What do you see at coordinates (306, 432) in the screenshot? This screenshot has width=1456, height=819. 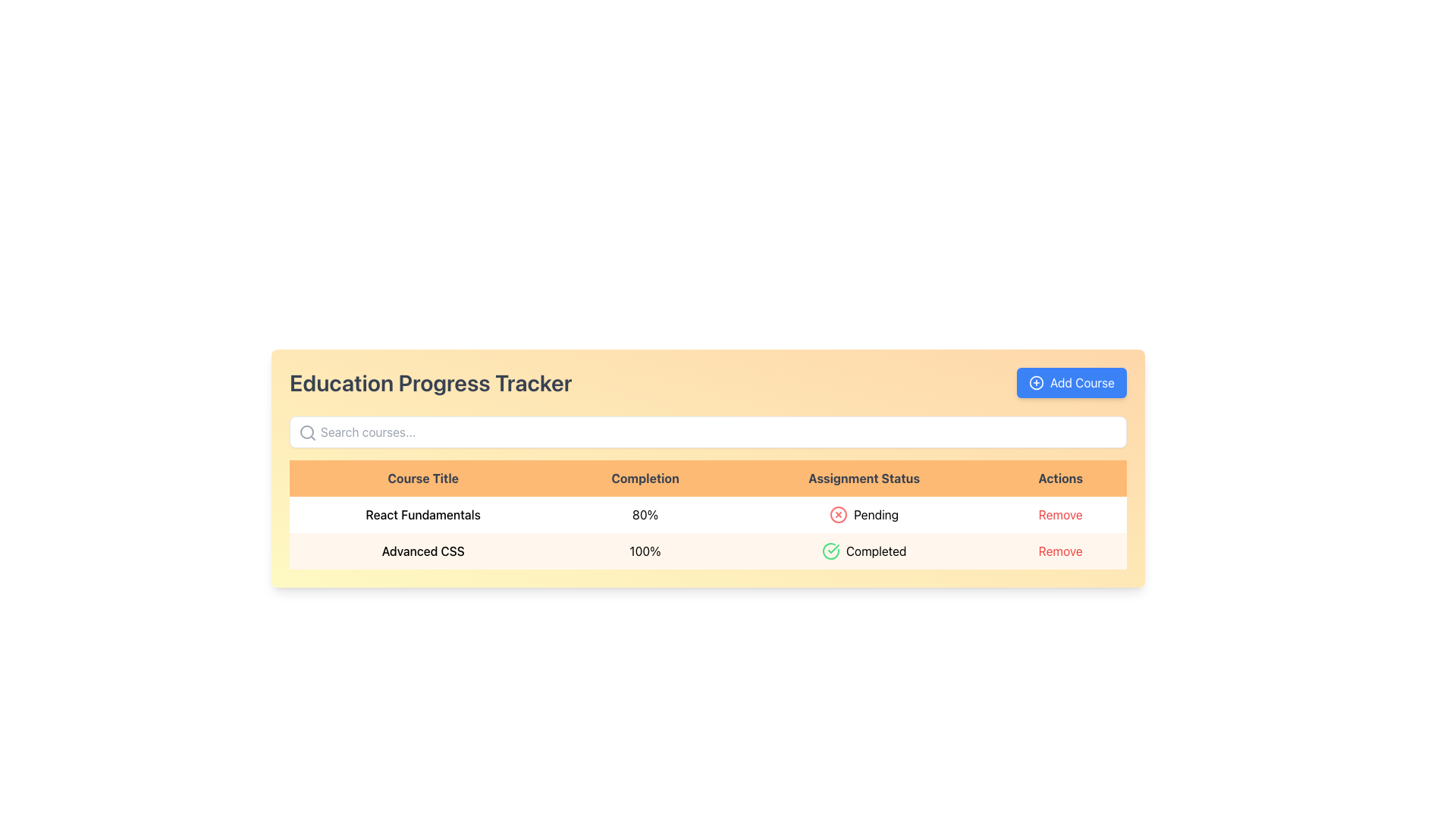 I see `the circular graphical component that represents the lens of the magnifying glass in the search icon, located within the search bar beneath the title 'Education Progress Tracker'` at bounding box center [306, 432].